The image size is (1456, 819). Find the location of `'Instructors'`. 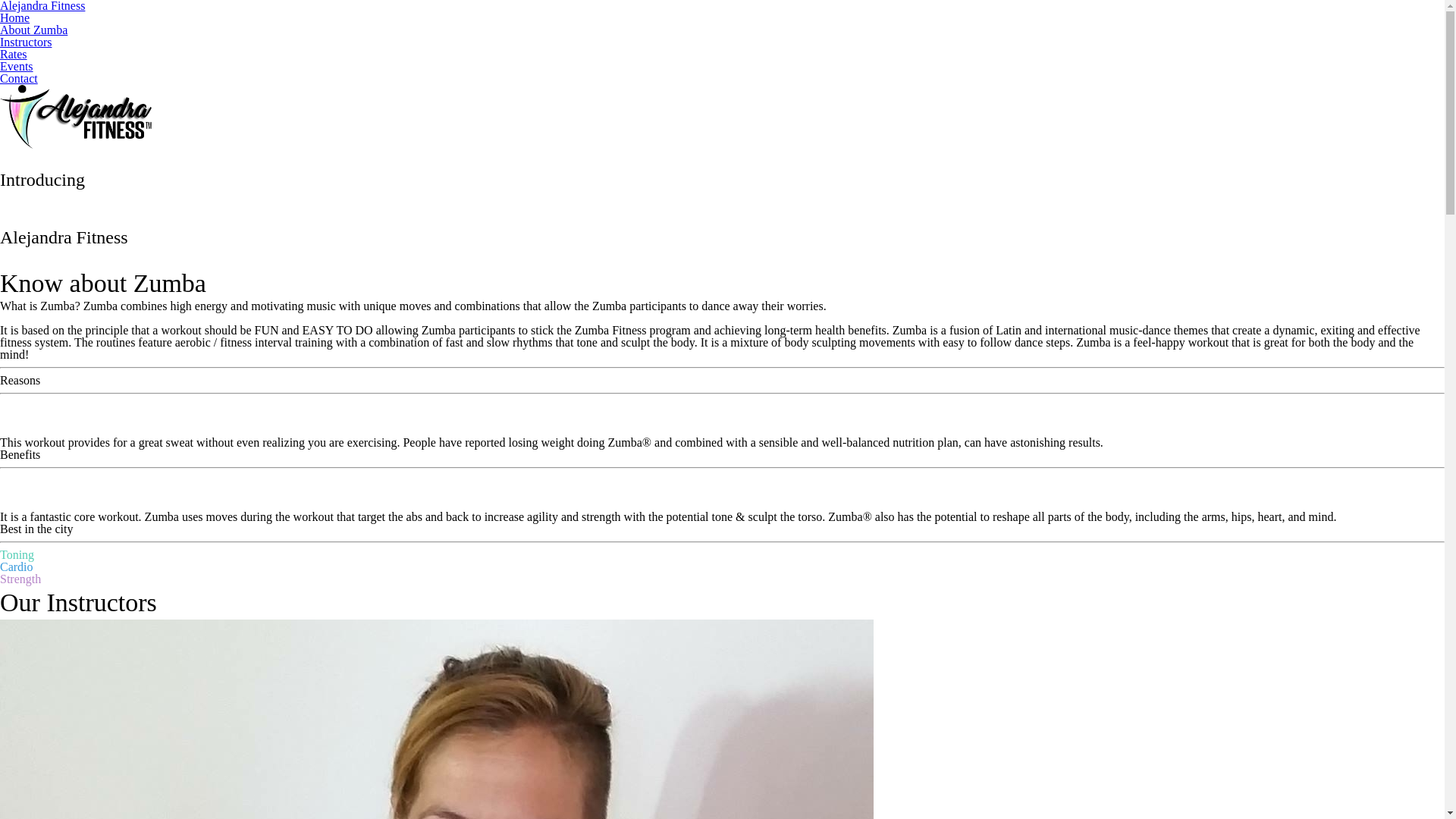

'Instructors' is located at coordinates (25, 41).